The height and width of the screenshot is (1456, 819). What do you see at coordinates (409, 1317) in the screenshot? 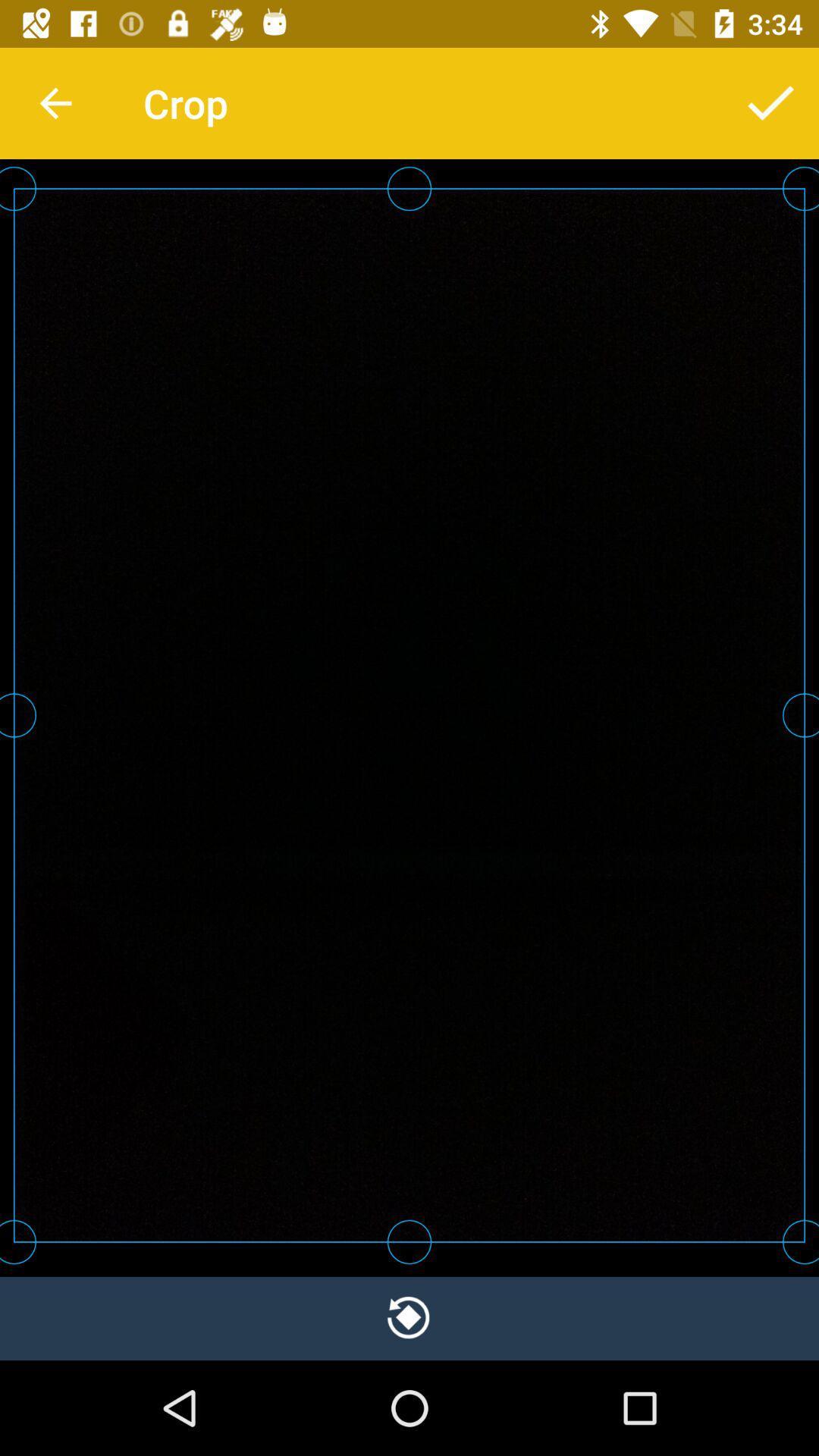
I see `previous option` at bounding box center [409, 1317].